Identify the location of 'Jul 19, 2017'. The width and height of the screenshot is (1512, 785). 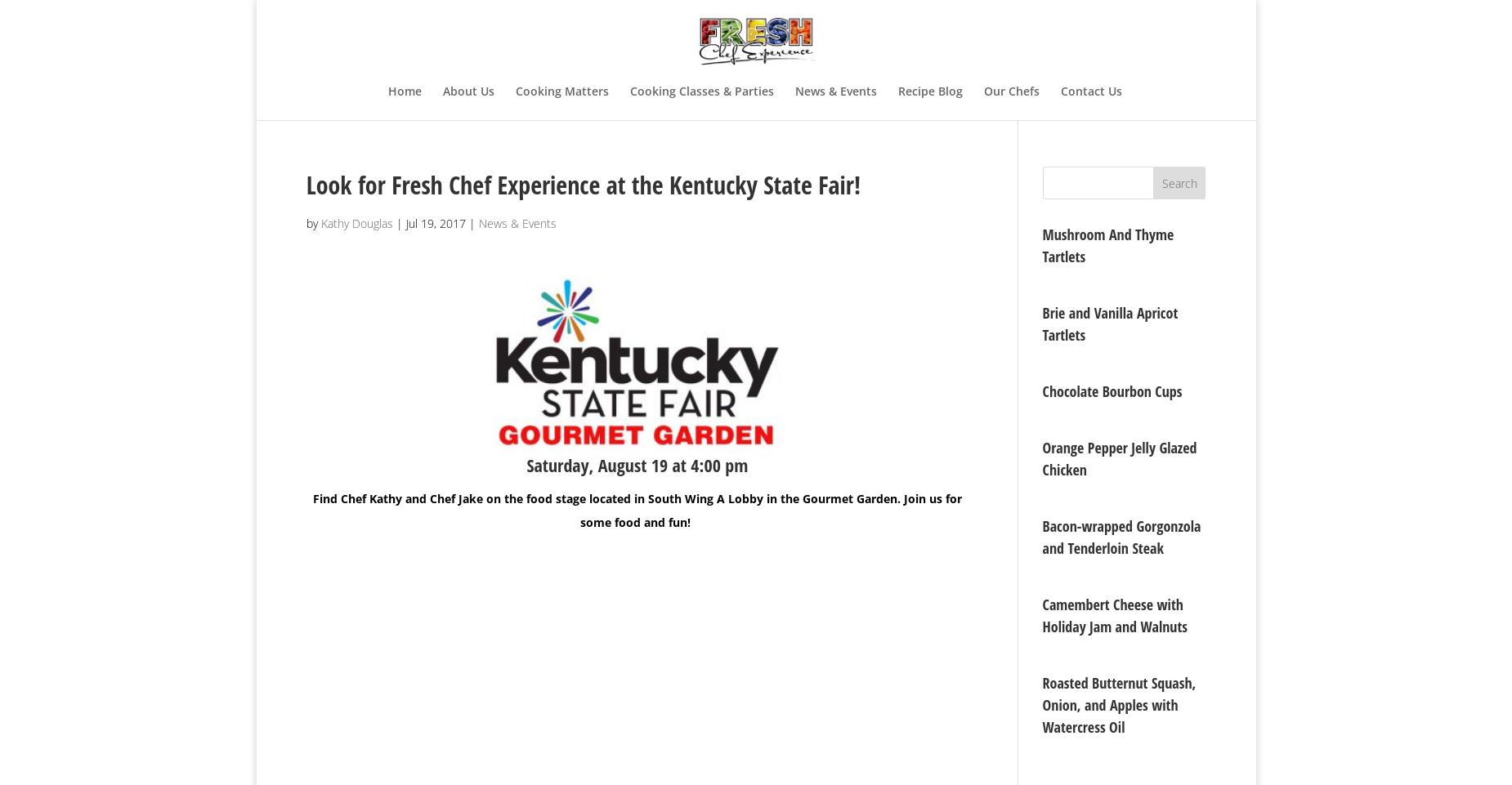
(435, 223).